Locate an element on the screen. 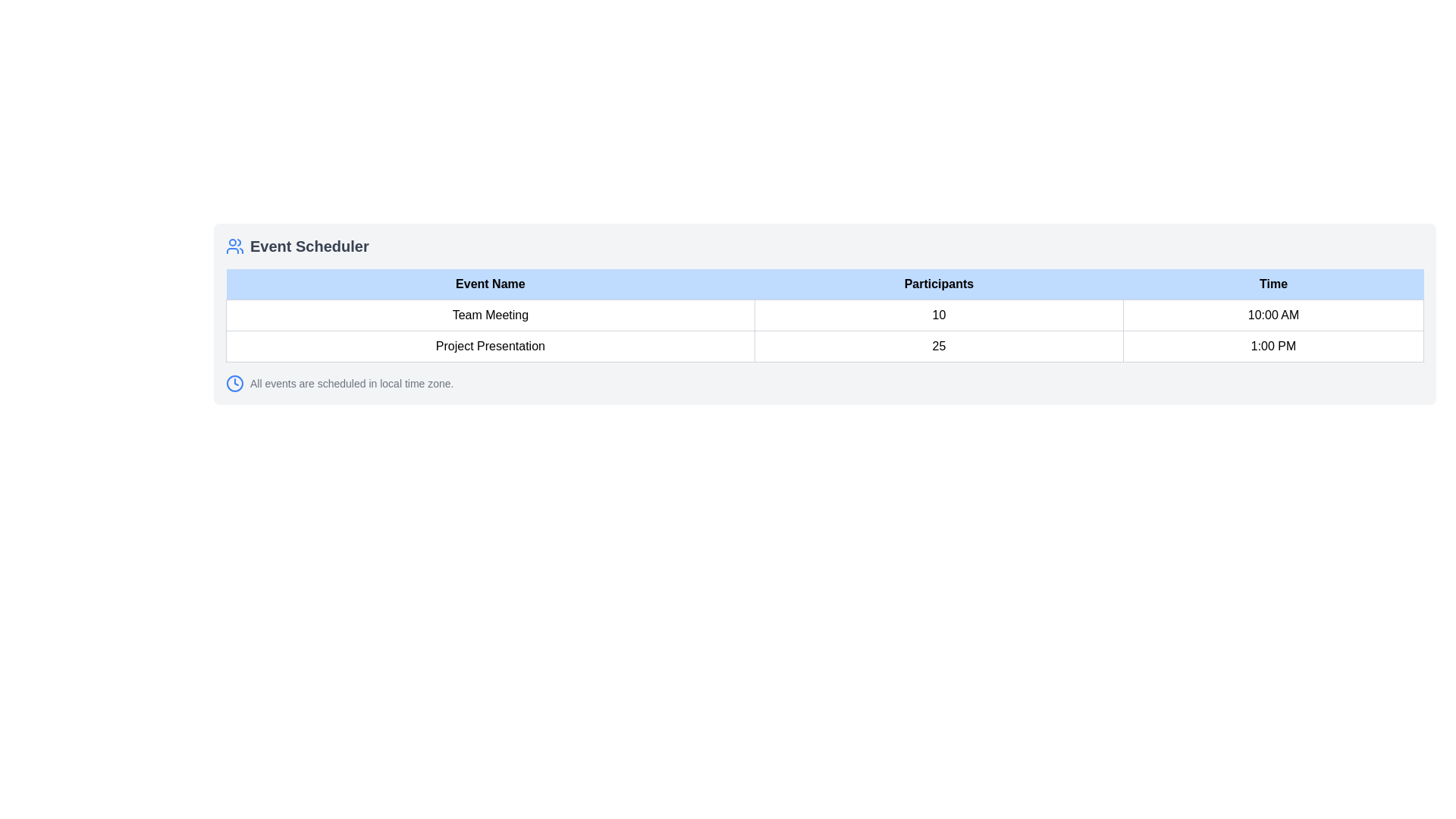 This screenshot has width=1456, height=819. details of the 'Project Presentation' event in the second row of the schedule table, which includes the event name, time, and number of participants is located at coordinates (824, 346).